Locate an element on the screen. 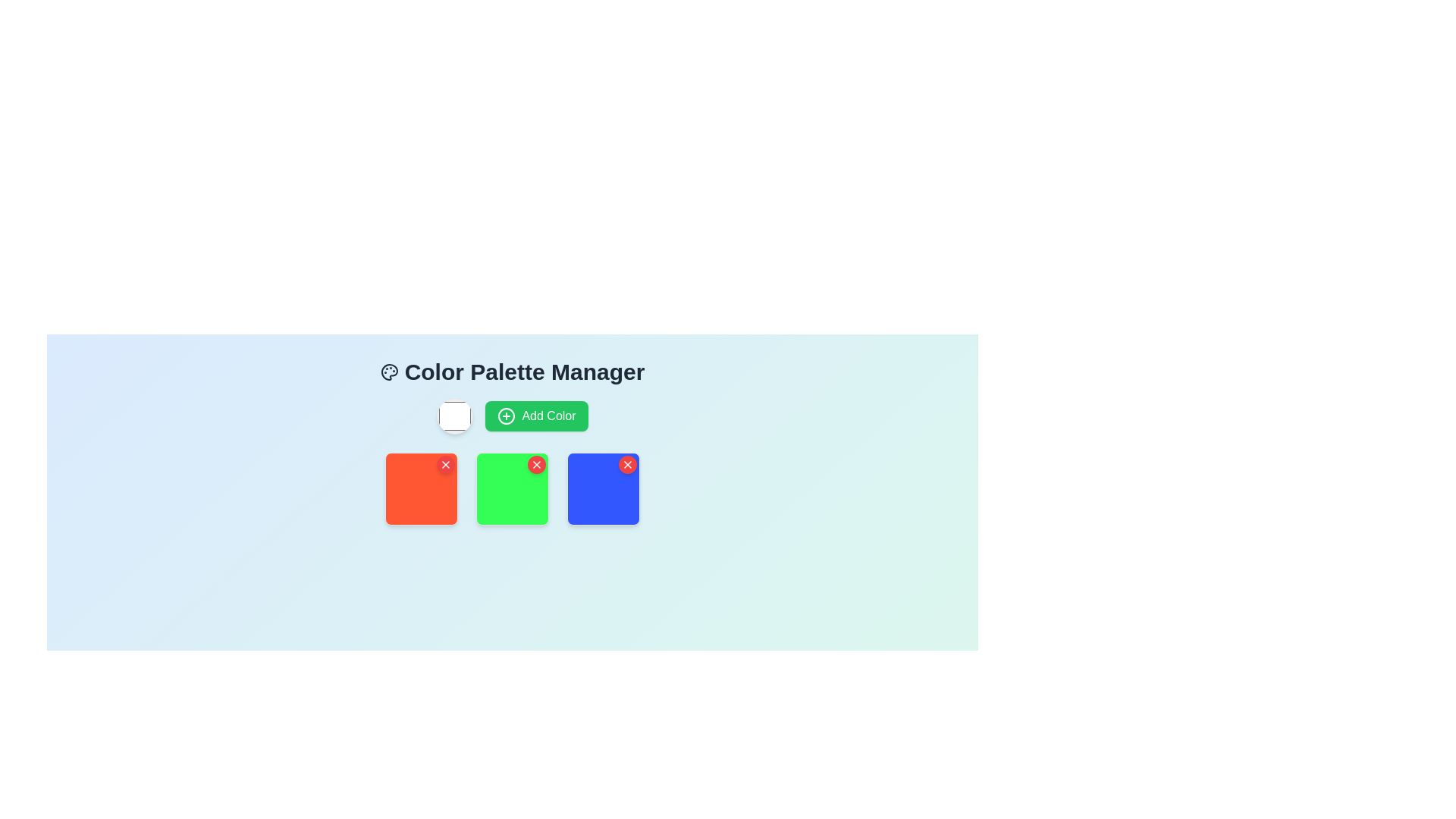 The height and width of the screenshot is (819, 1456). the red circular button with a white 'X' icon located at the top-right corner of the square card to trigger the color change effect is located at coordinates (445, 464).